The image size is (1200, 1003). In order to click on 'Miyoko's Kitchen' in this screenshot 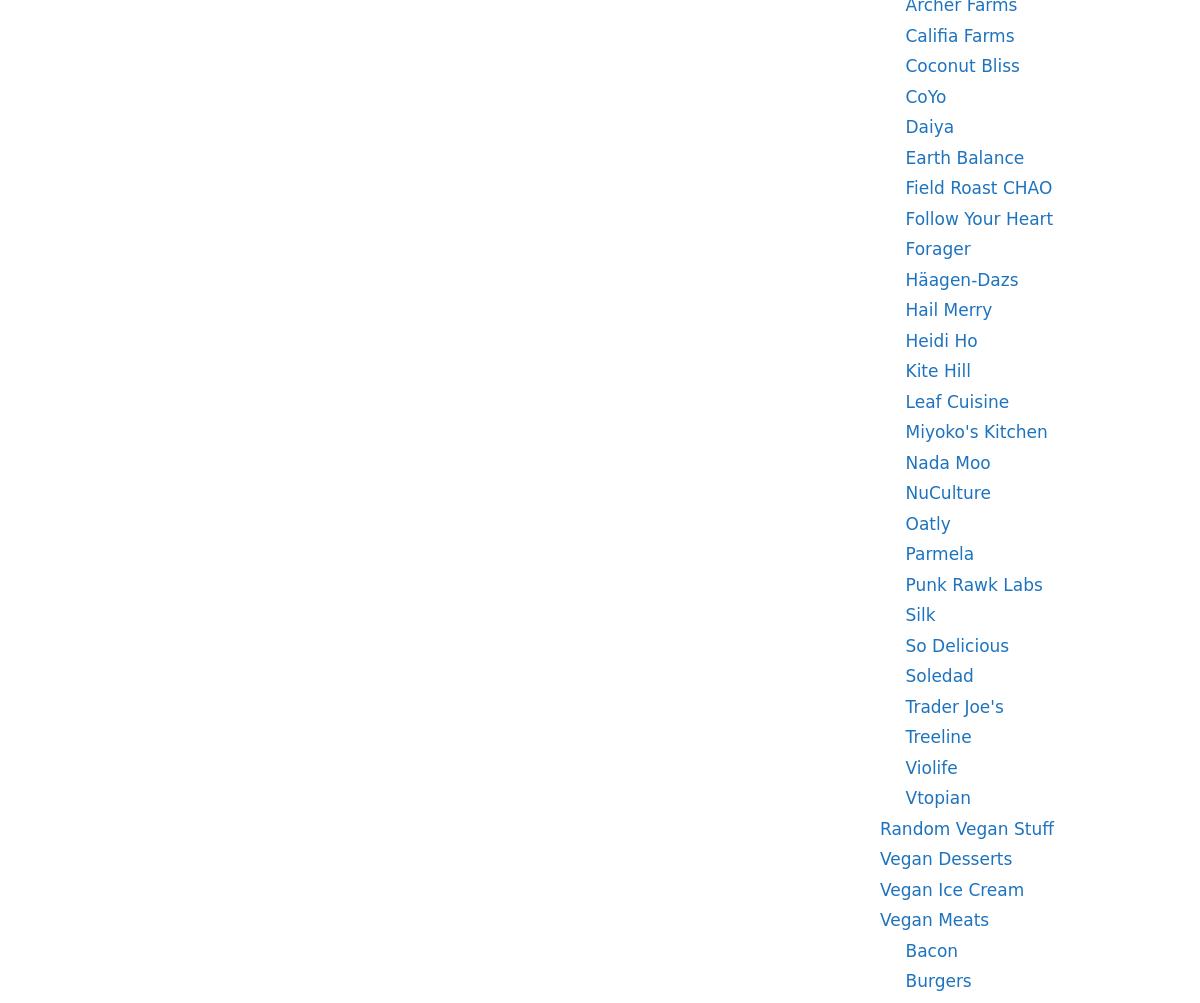, I will do `click(975, 431)`.